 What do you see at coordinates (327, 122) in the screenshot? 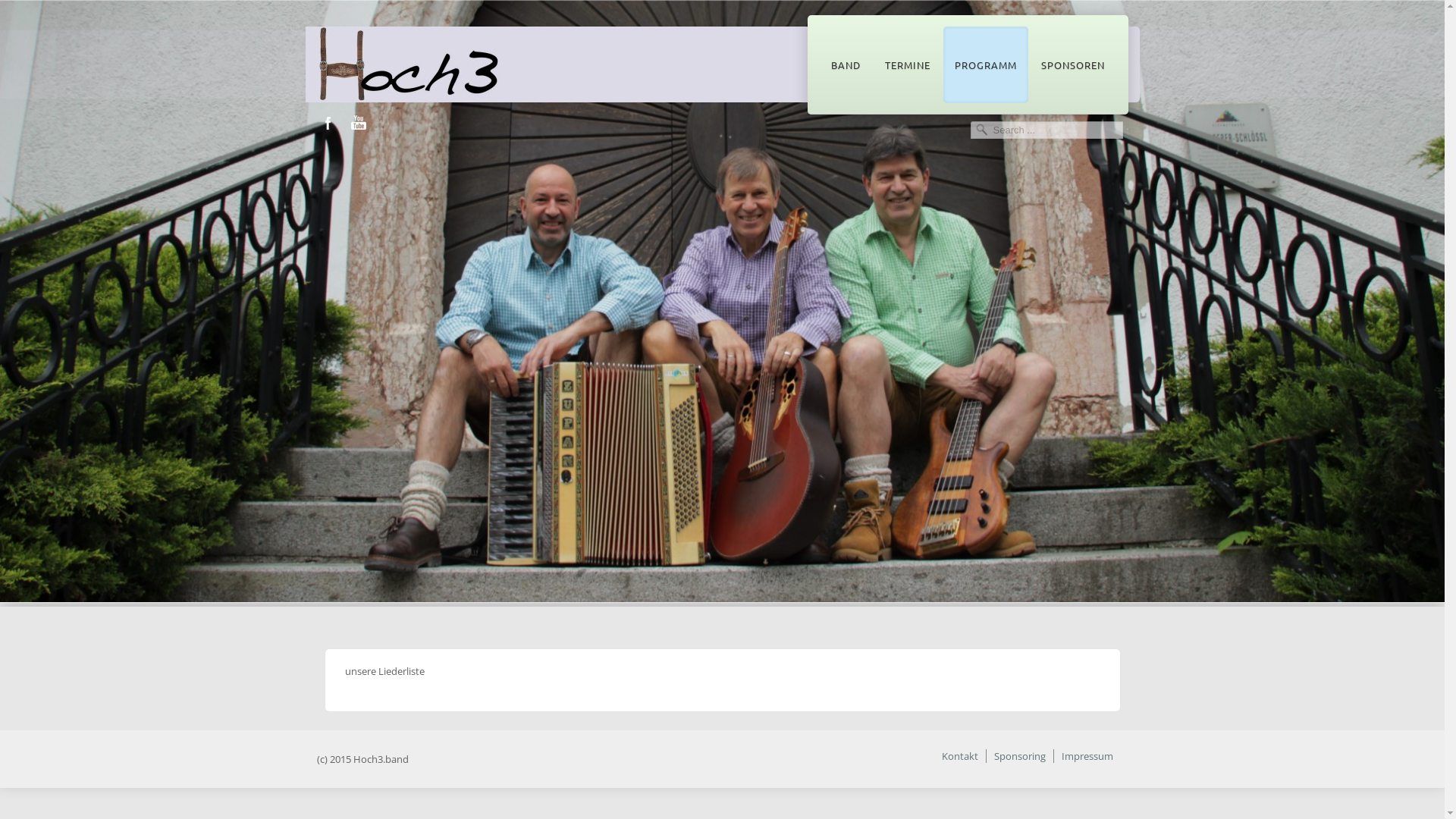
I see `'Facebook'` at bounding box center [327, 122].